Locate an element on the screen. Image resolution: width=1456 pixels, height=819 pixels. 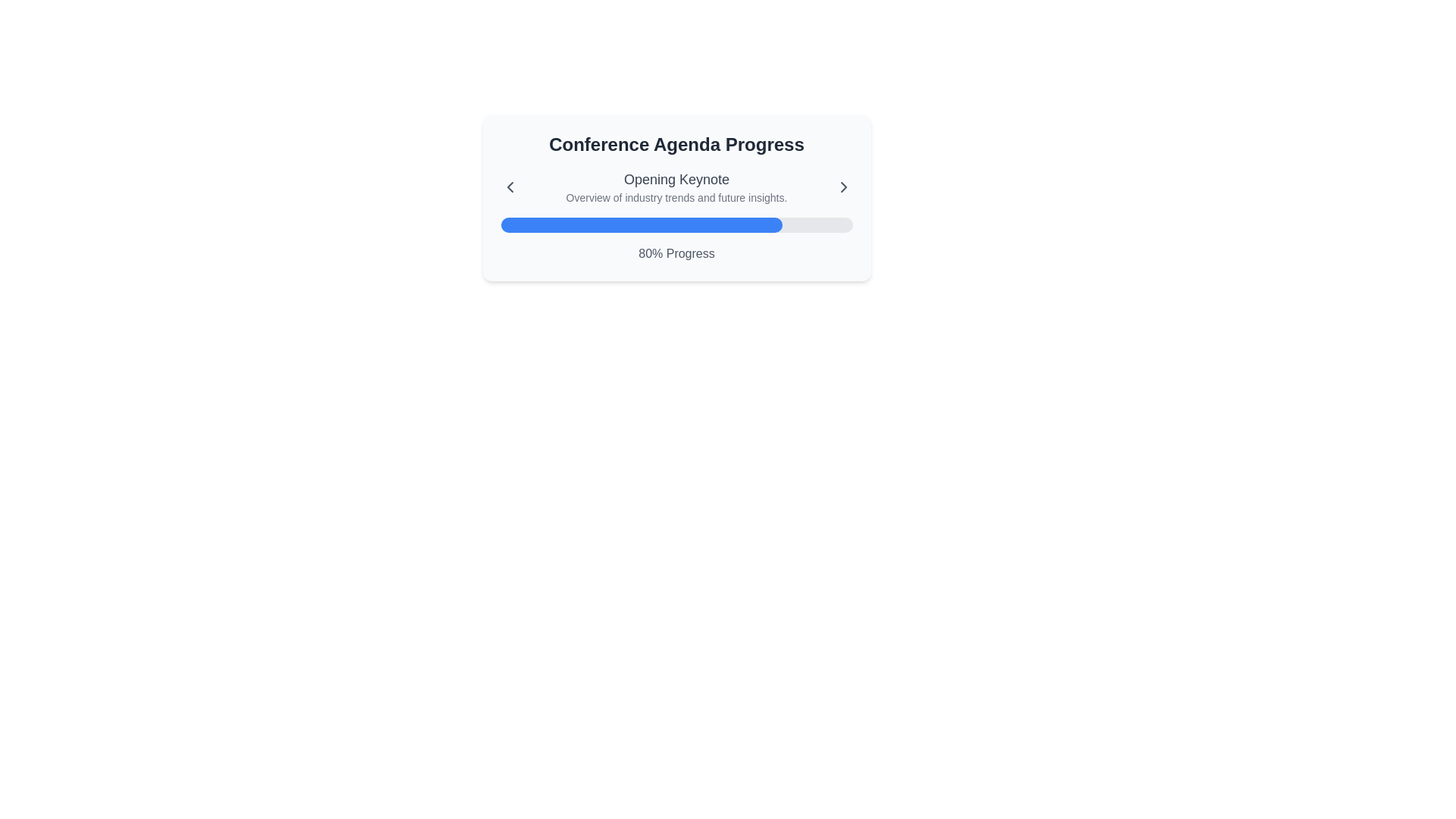
the leftward chevron symbol within the SVG graphic that represents a backward navigation action is located at coordinates (510, 186).